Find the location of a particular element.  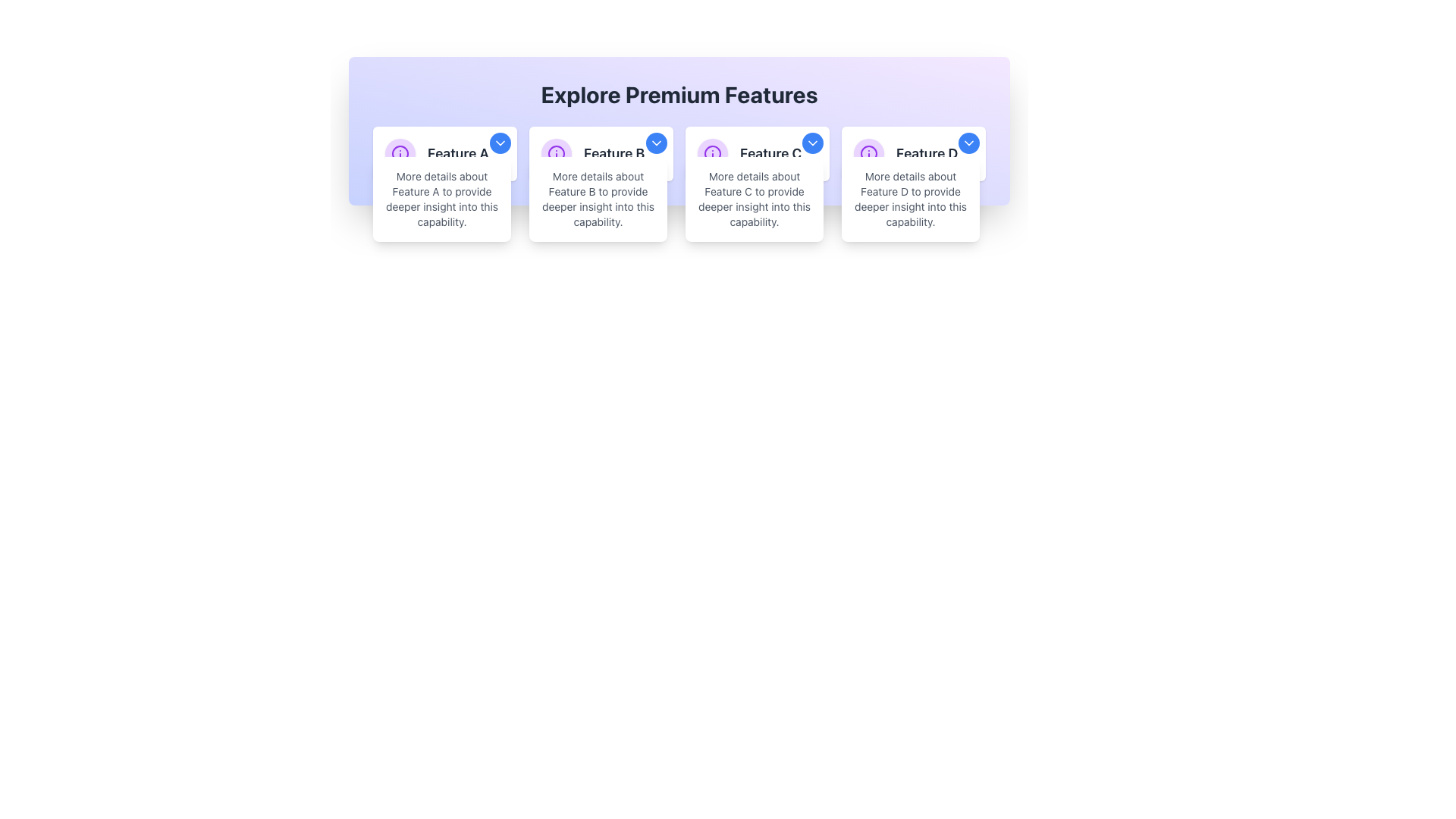

the SVG circle graphical element within the third feature card under 'Feature C' is located at coordinates (712, 154).